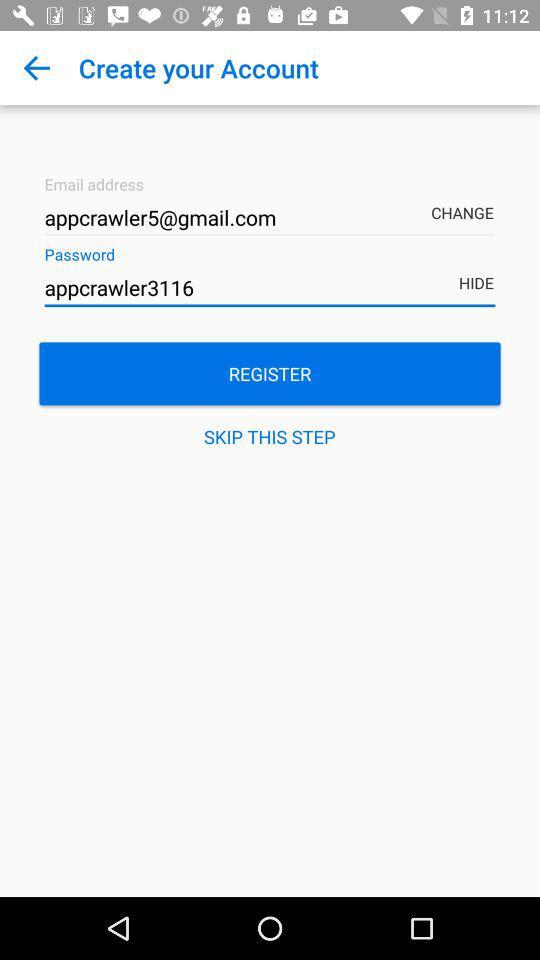  What do you see at coordinates (36, 68) in the screenshot?
I see `the icon at the top left corner` at bounding box center [36, 68].